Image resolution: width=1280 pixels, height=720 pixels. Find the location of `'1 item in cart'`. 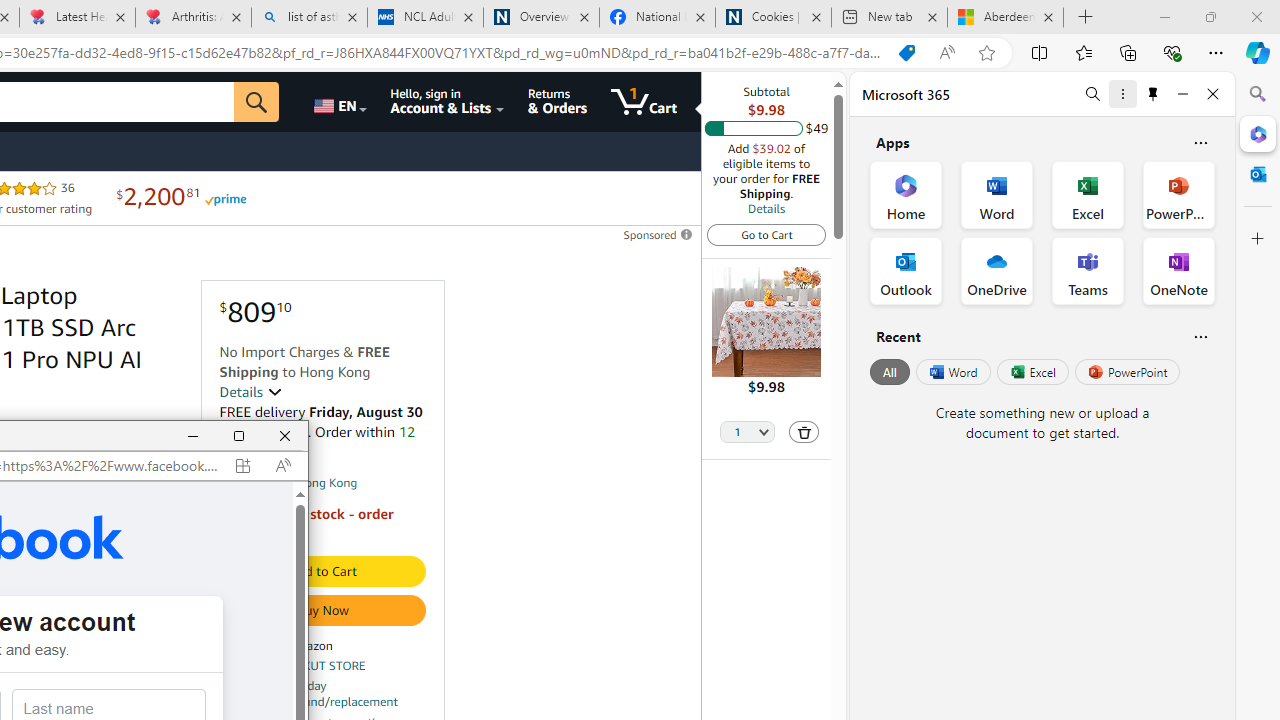

'1 item in cart' is located at coordinates (643, 101).